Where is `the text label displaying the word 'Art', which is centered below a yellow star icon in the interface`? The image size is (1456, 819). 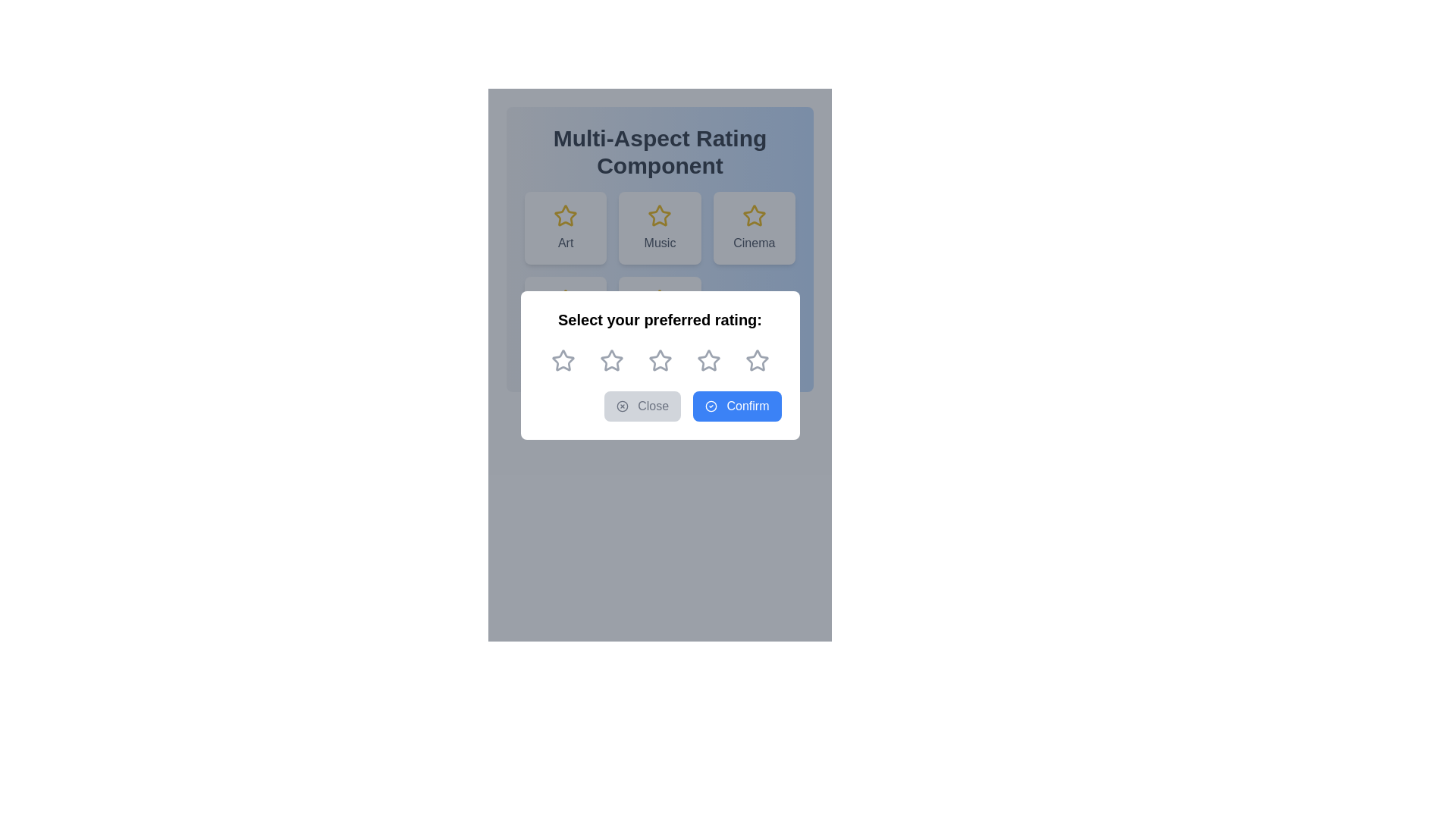
the text label displaying the word 'Art', which is centered below a yellow star icon in the interface is located at coordinates (565, 242).